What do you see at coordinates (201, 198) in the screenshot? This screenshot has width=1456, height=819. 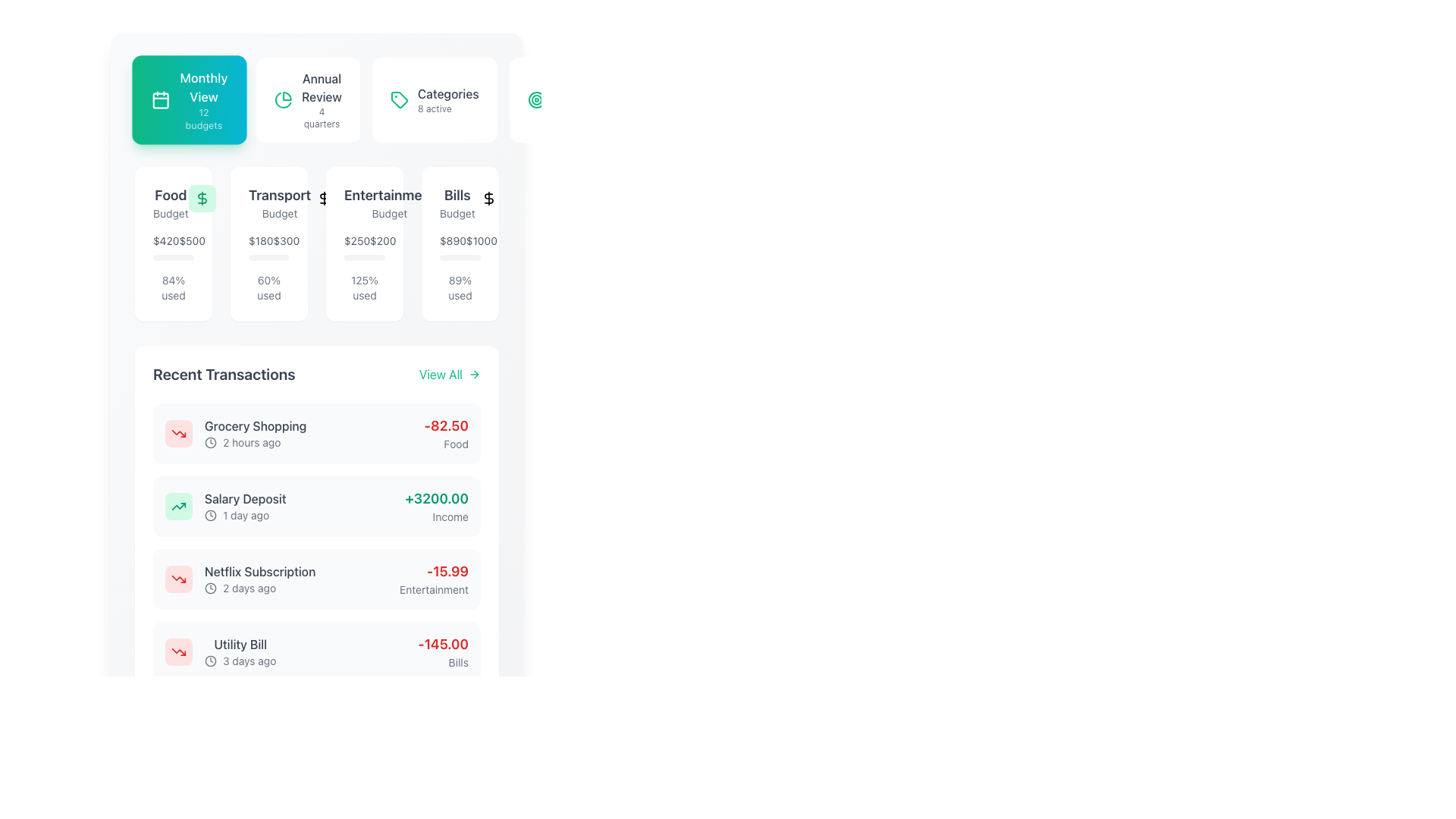 I see `the monetary icon representing the 'Food' category located to the right of the 'Food' text under the 'Food Budget' section` at bounding box center [201, 198].